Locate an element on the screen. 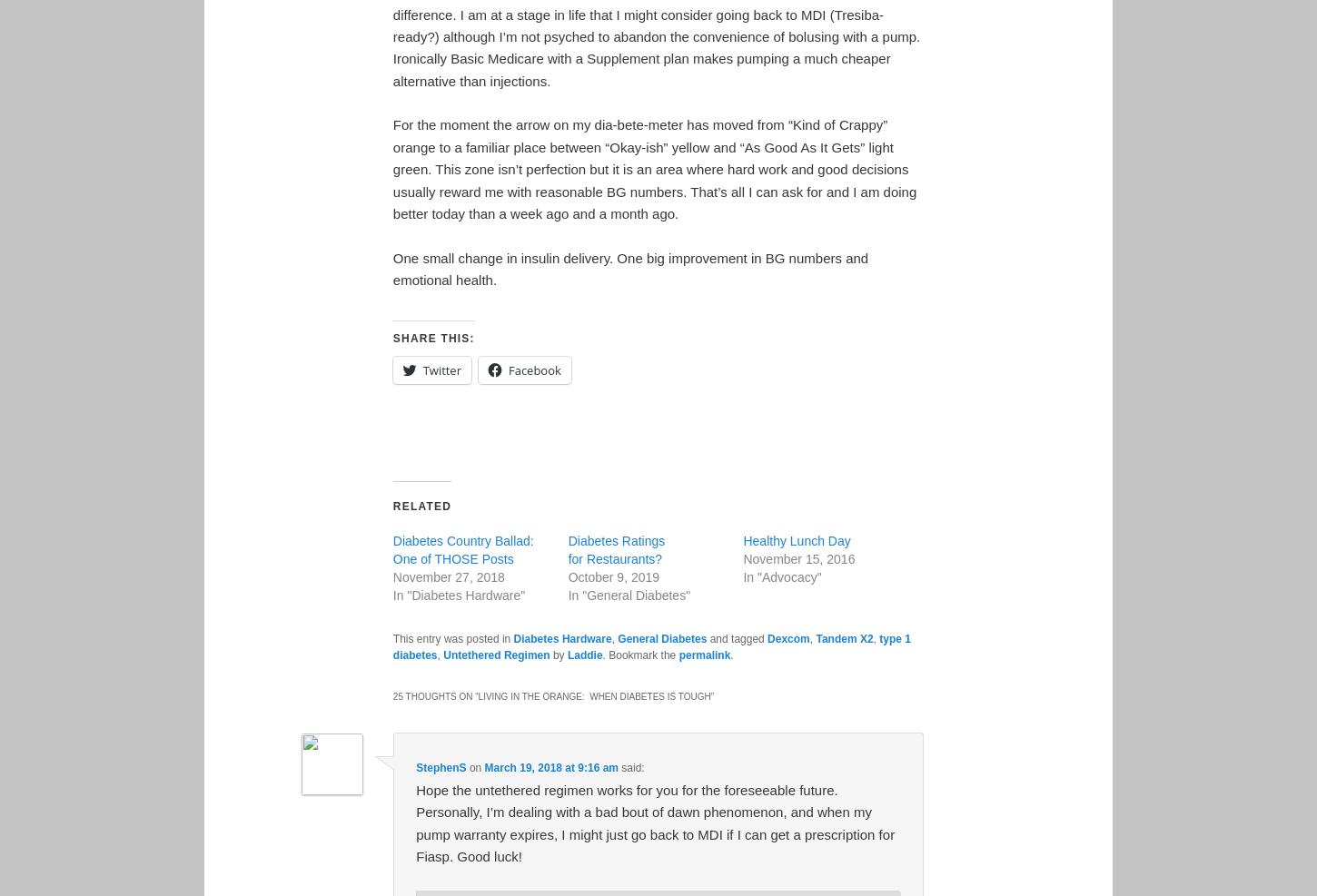 The image size is (1317, 896). 'Dexcom' is located at coordinates (787, 638).